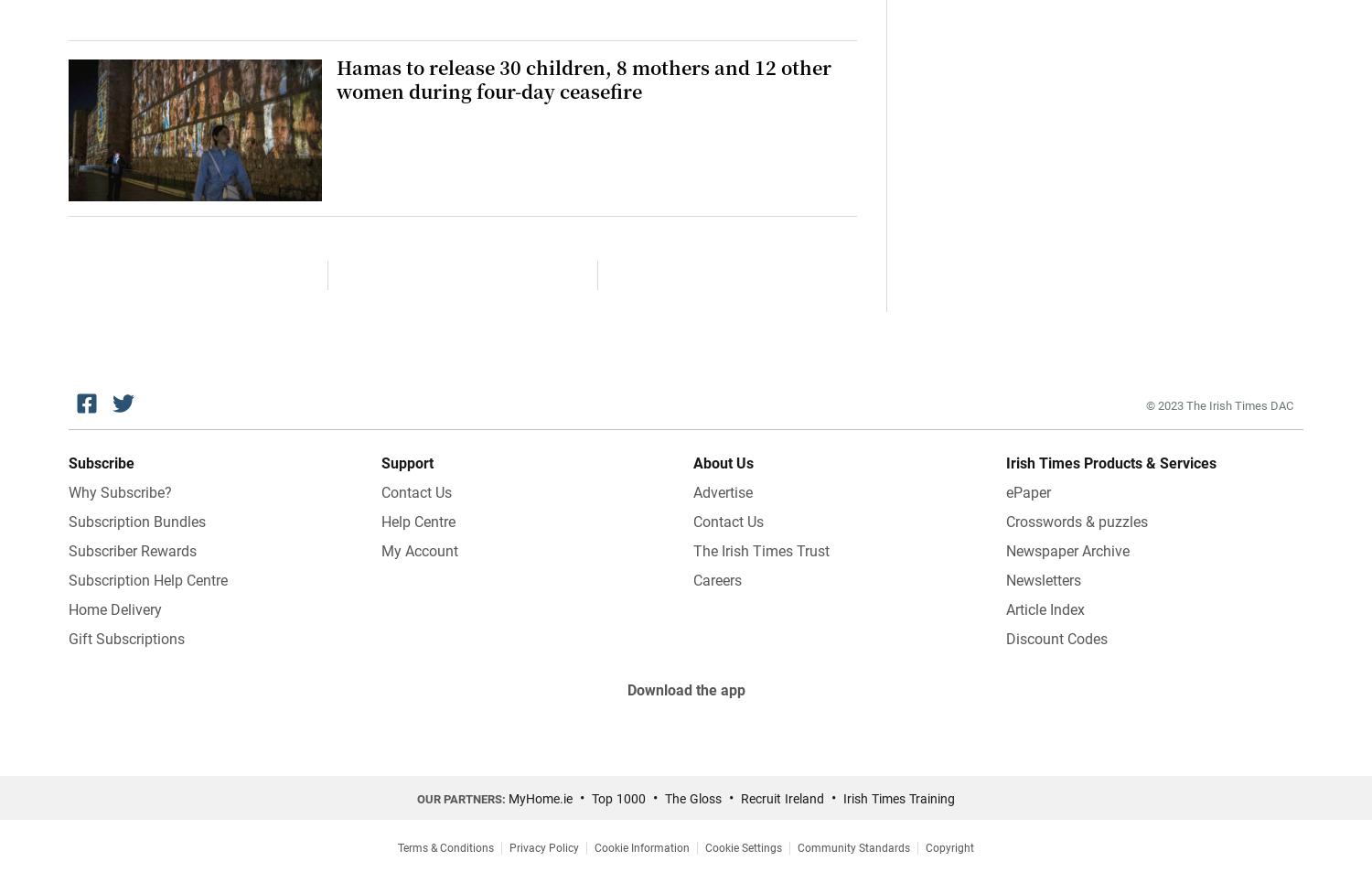 The image size is (1372, 883). I want to click on 'Recruit Ireland', so click(781, 797).